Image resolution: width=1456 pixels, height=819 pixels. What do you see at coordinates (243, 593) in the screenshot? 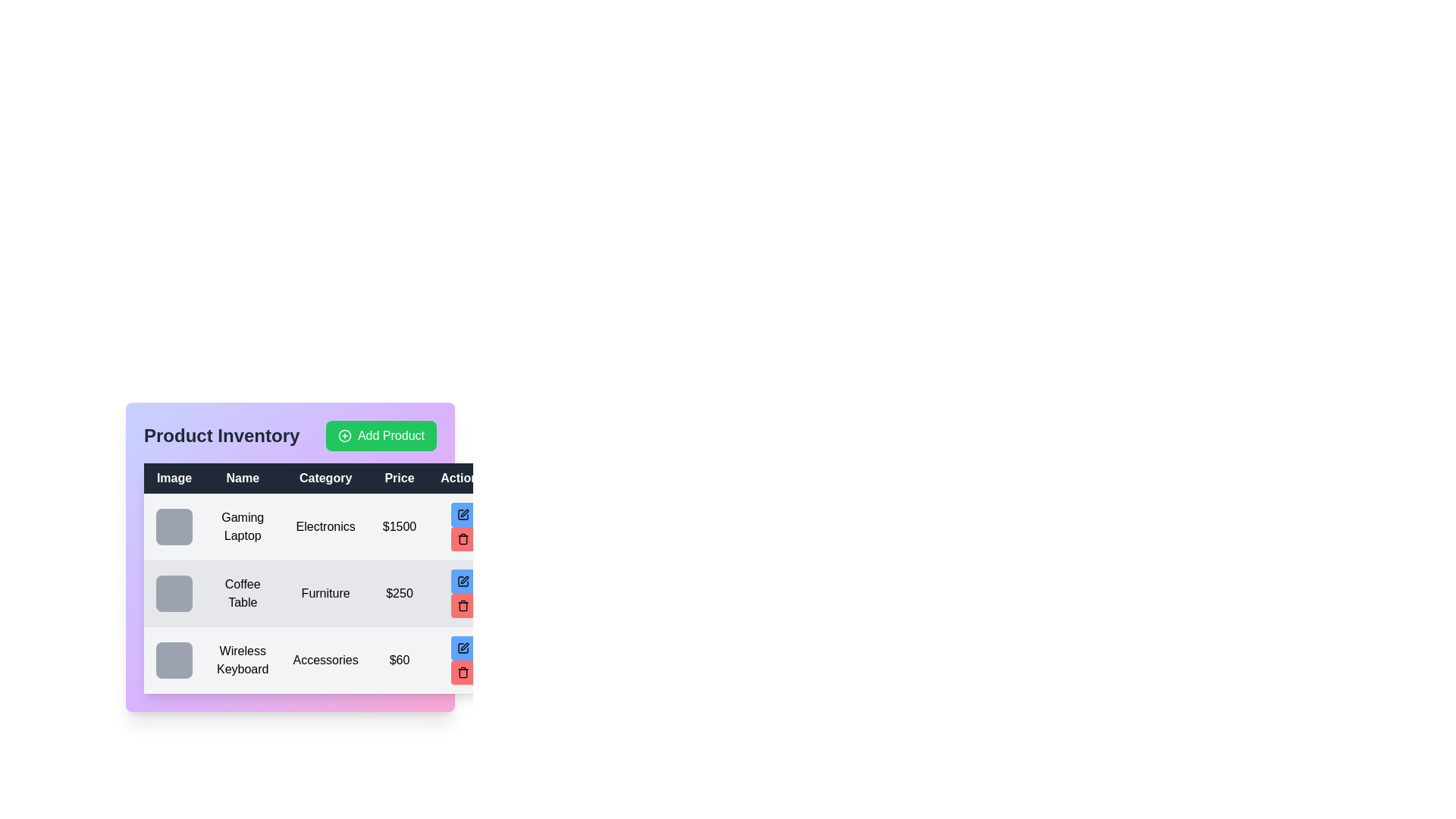
I see `the static text label that displays 'Coffee Table' in black font, located in the second row of the table under the 'Name' column` at bounding box center [243, 593].